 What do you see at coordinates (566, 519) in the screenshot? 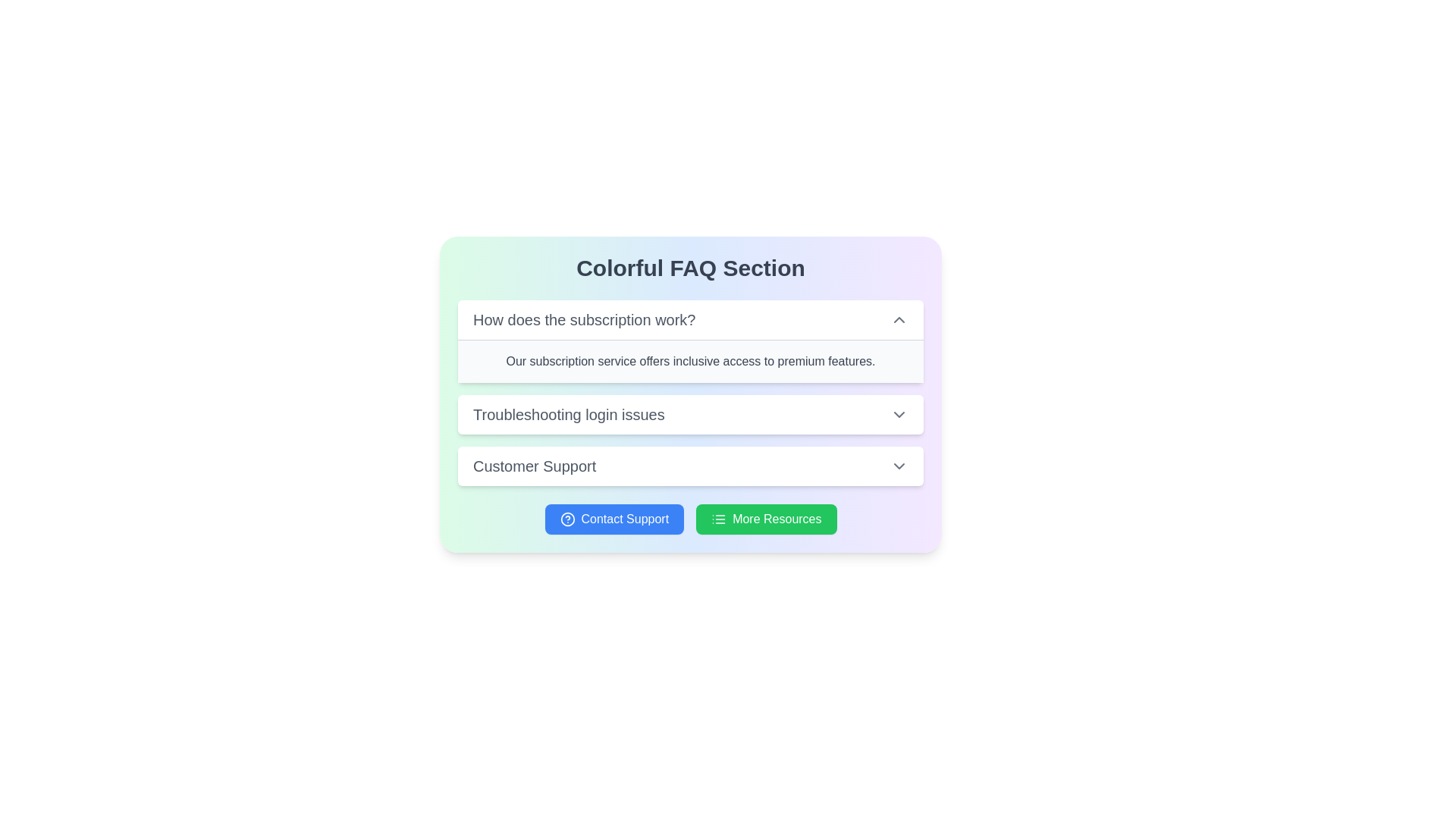
I see `the help icon located to the left of the 'Contact Support' button in the FAQ section` at bounding box center [566, 519].